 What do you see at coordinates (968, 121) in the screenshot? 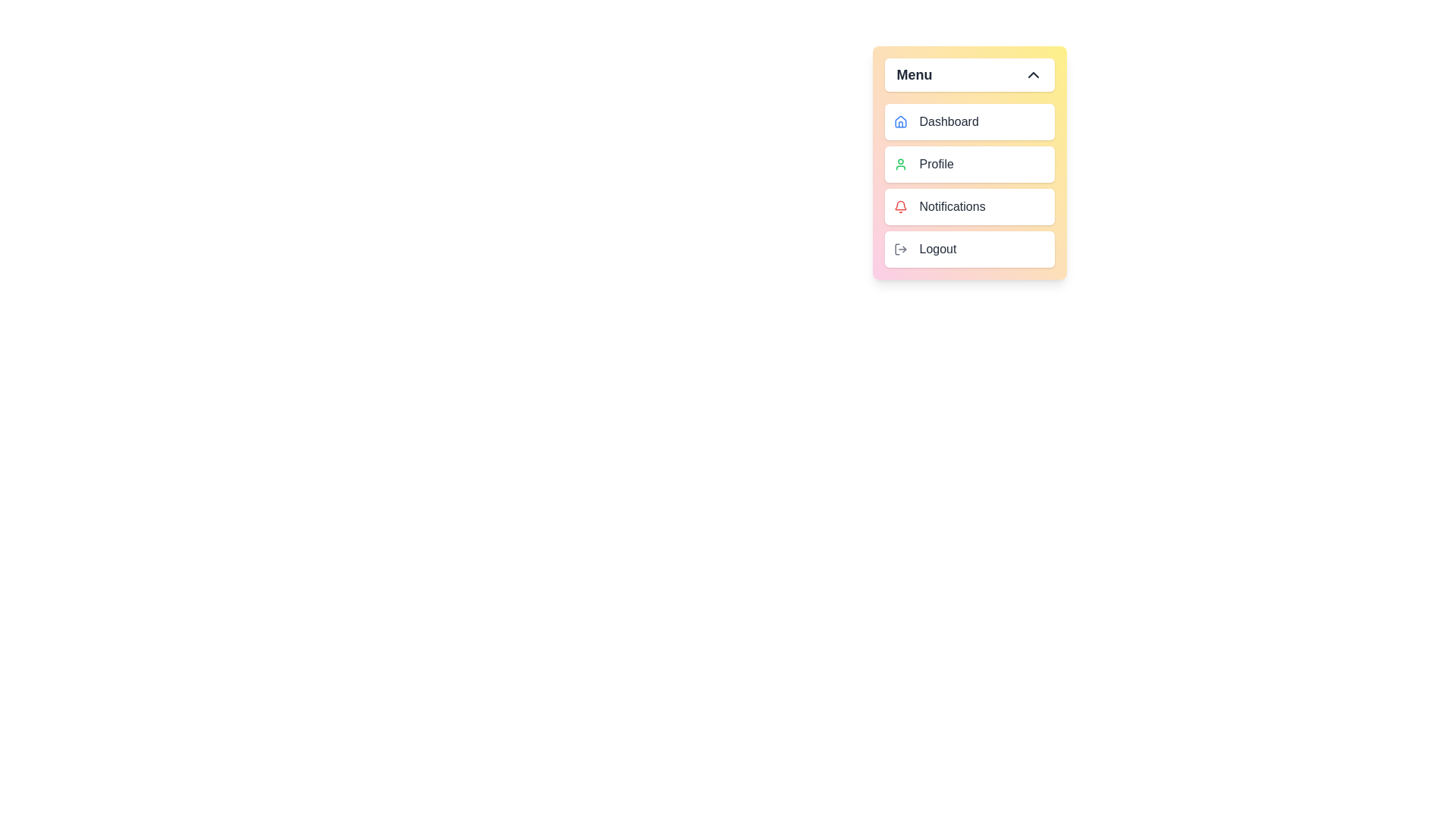
I see `the menu item Dashboard to preview its action` at bounding box center [968, 121].